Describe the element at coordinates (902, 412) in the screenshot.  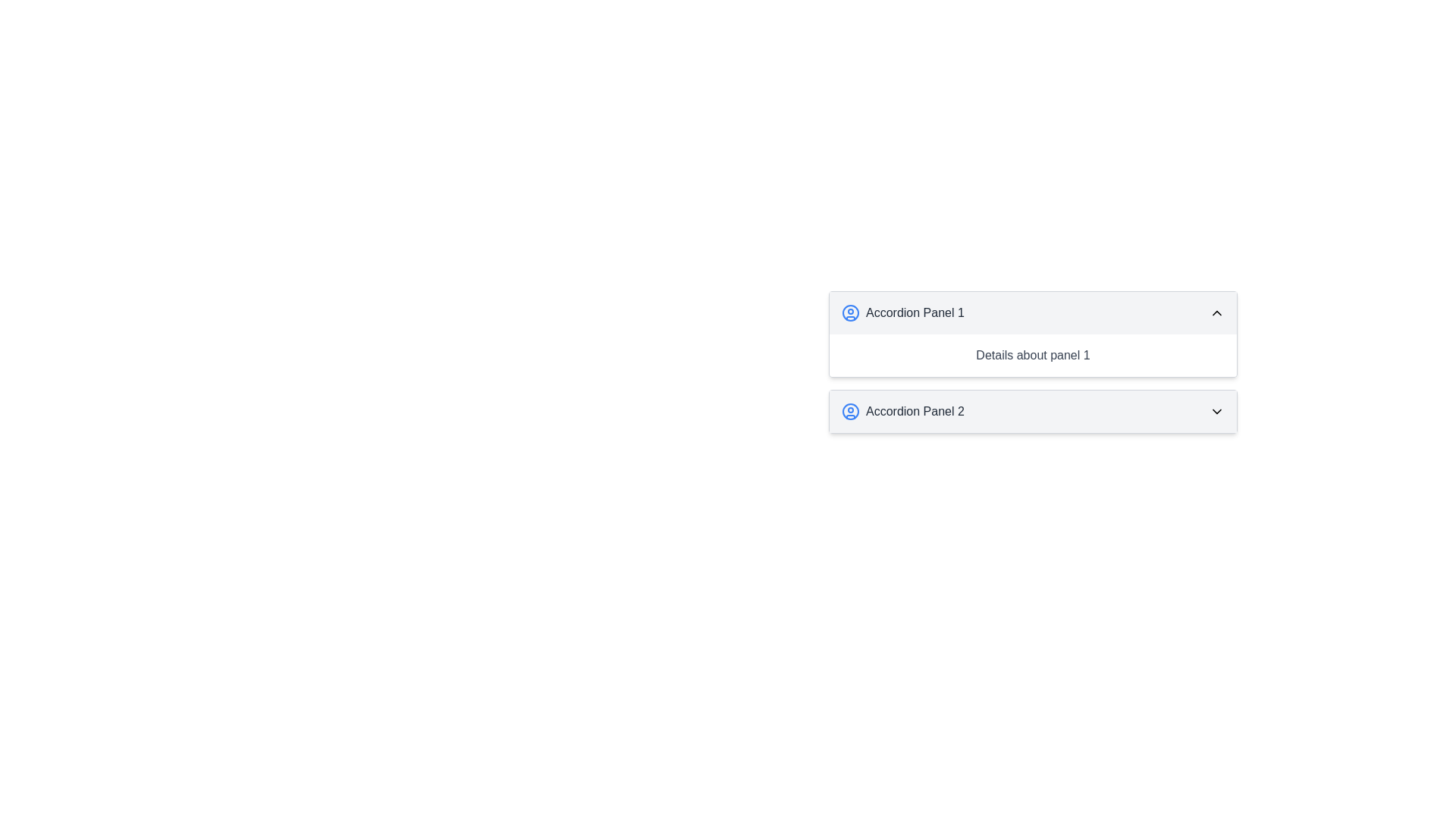
I see `the text label that identifies the second section of the accordion interface` at that location.